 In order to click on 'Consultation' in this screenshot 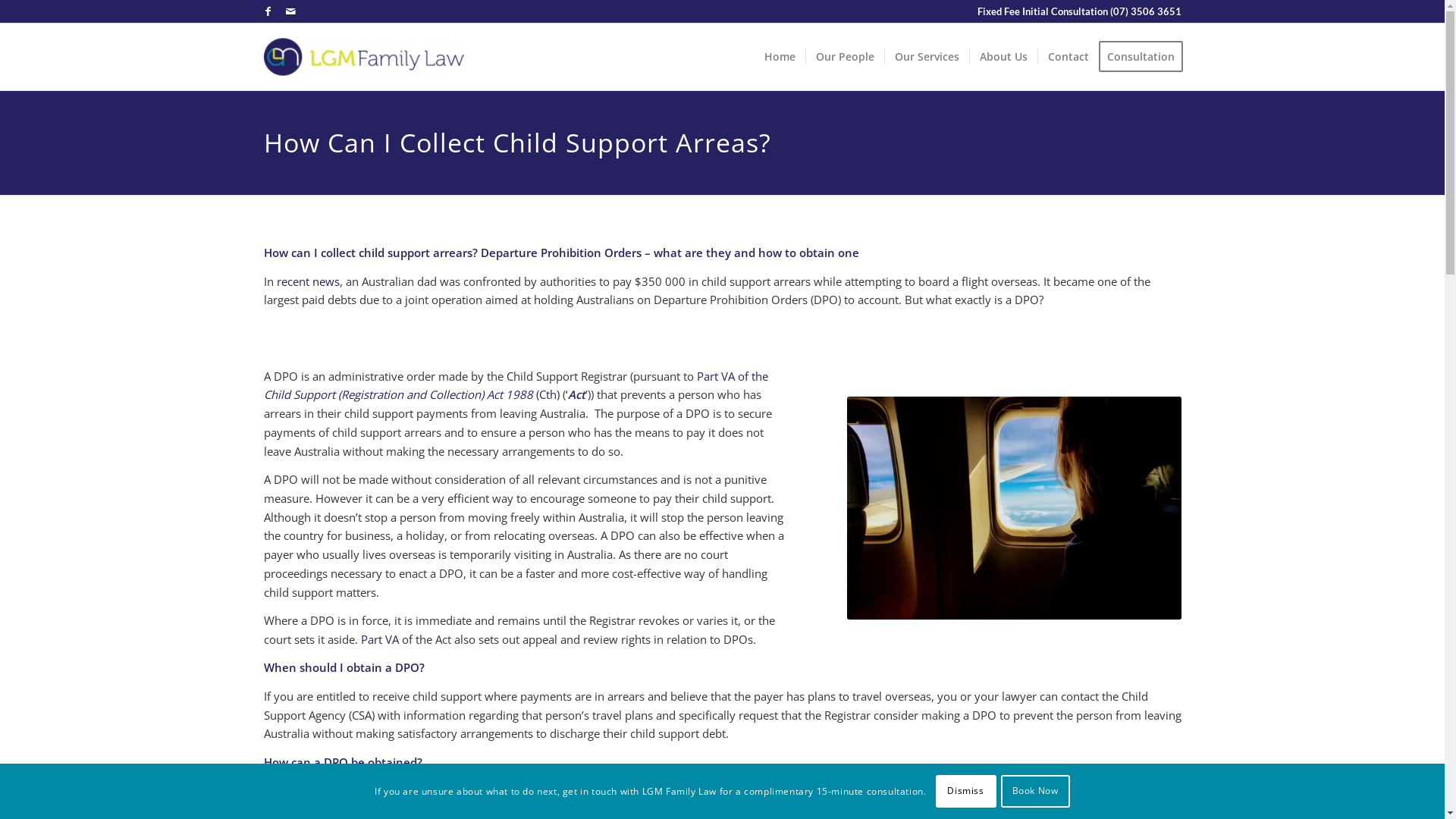, I will do `click(1145, 55)`.